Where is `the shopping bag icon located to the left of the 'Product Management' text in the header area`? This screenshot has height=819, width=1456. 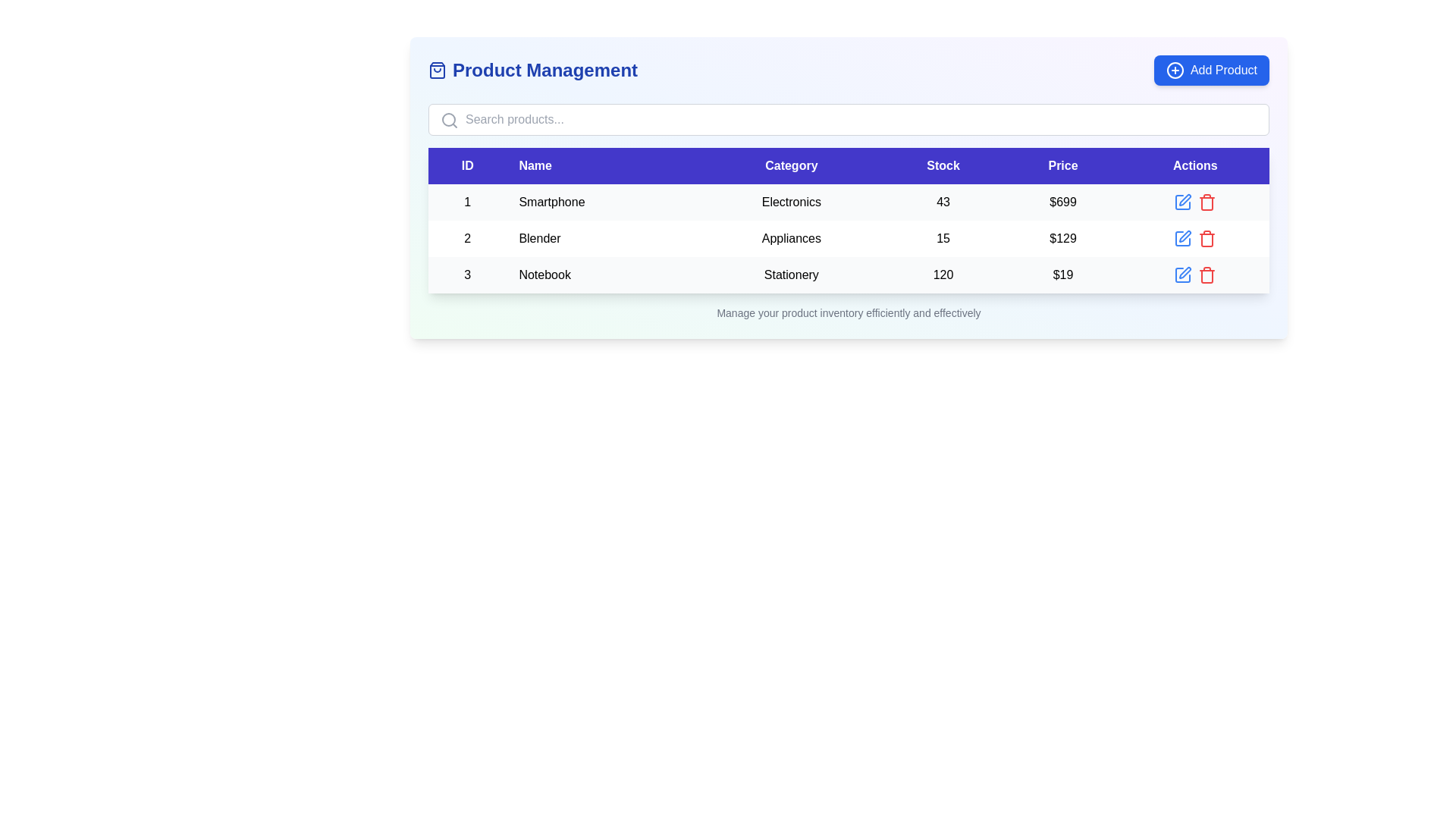 the shopping bag icon located to the left of the 'Product Management' text in the header area is located at coordinates (436, 70).